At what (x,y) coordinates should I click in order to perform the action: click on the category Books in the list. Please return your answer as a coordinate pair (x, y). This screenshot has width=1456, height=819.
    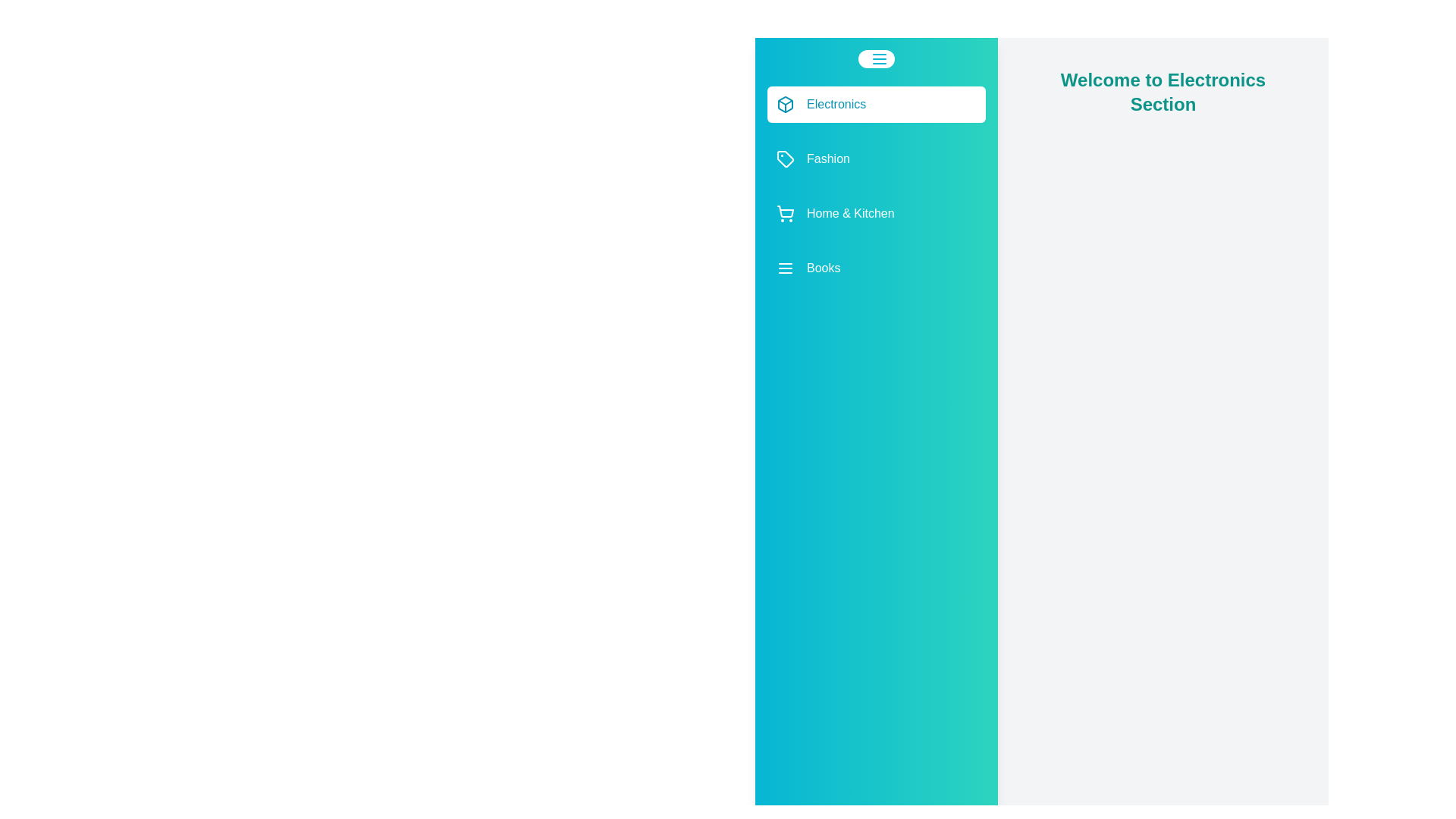
    Looking at the image, I should click on (877, 268).